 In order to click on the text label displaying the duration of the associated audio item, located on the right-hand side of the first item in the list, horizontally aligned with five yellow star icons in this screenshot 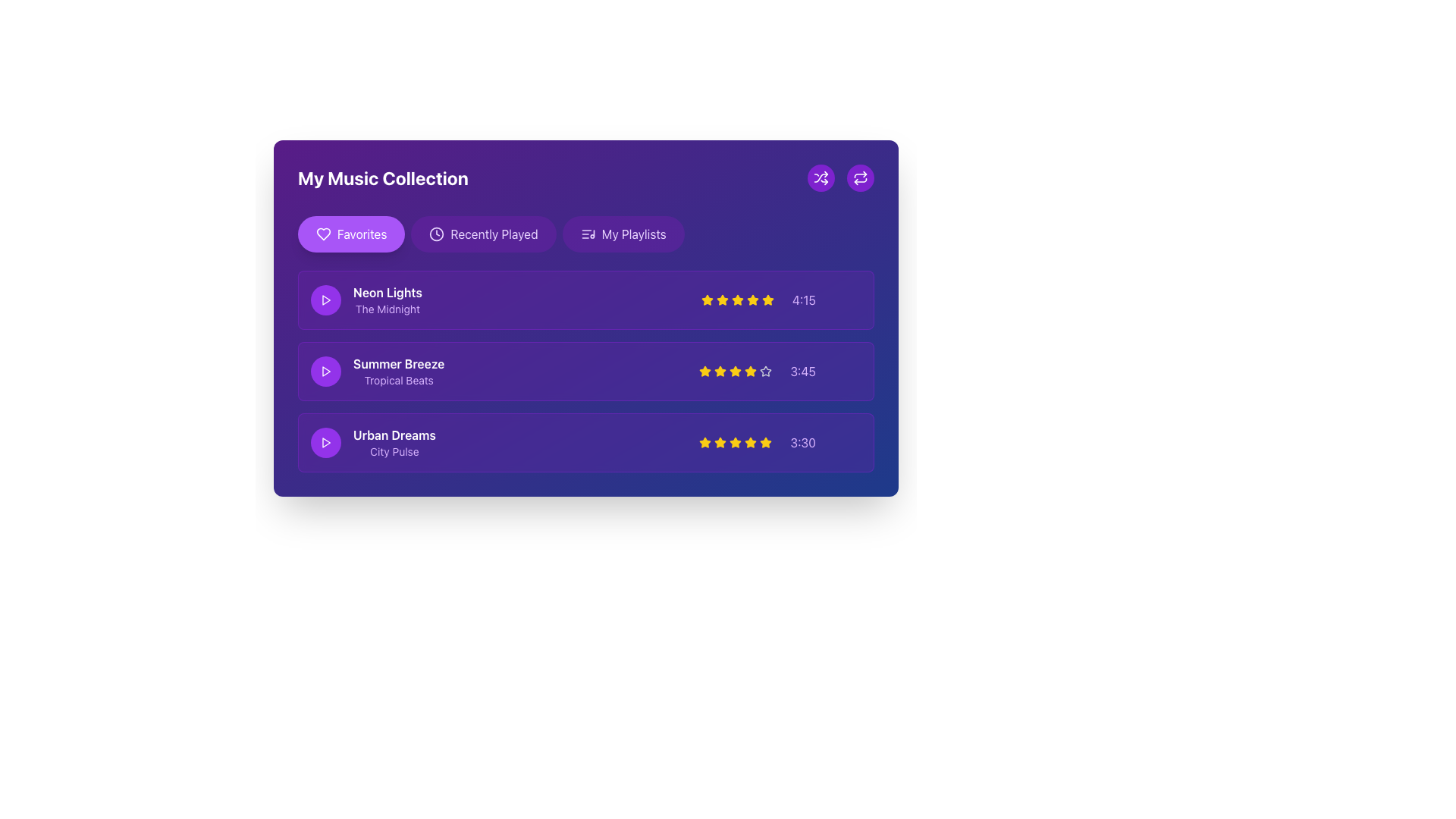, I will do `click(781, 300)`.